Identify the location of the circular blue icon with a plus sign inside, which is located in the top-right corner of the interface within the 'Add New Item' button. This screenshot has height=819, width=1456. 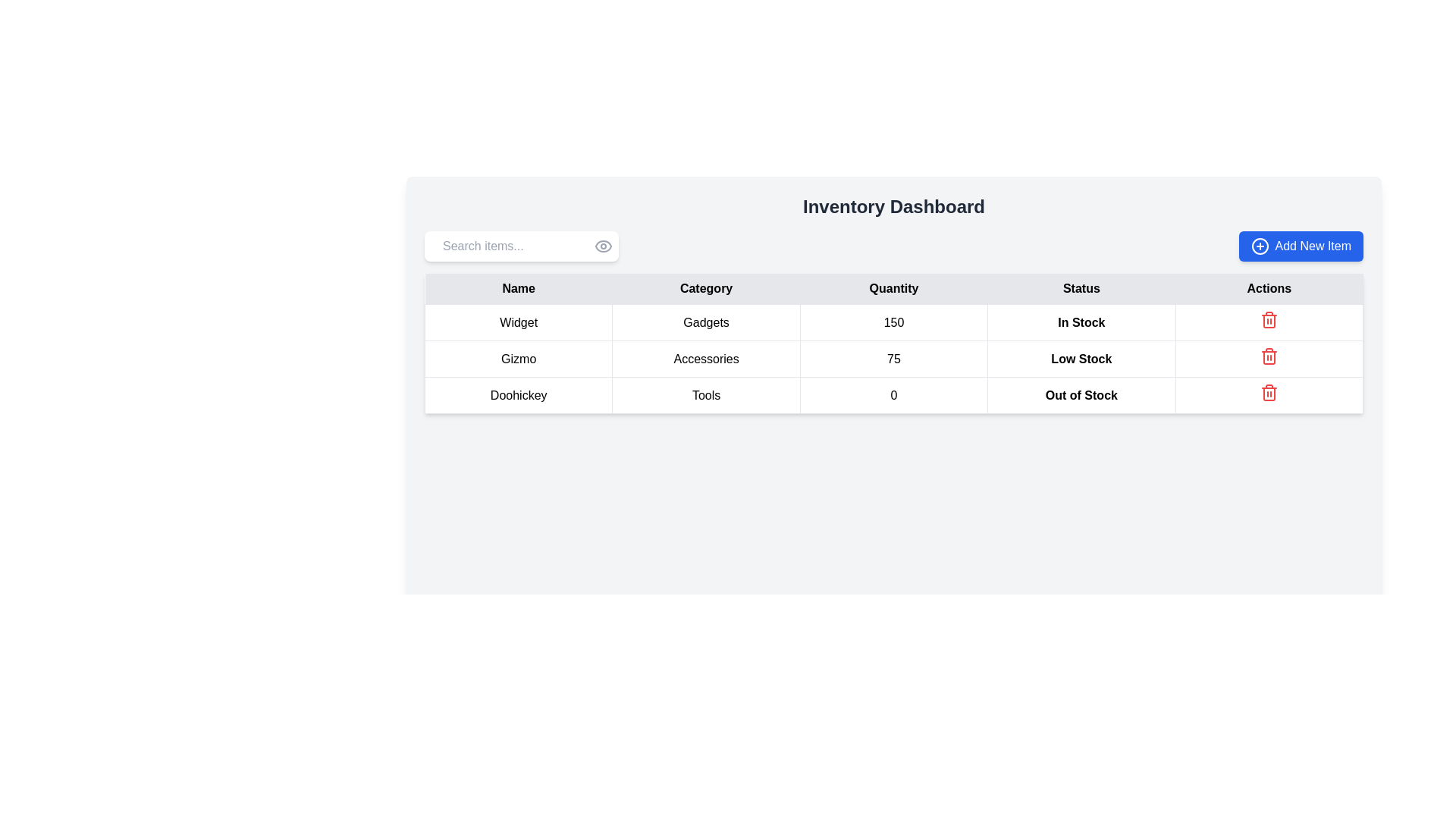
(1260, 245).